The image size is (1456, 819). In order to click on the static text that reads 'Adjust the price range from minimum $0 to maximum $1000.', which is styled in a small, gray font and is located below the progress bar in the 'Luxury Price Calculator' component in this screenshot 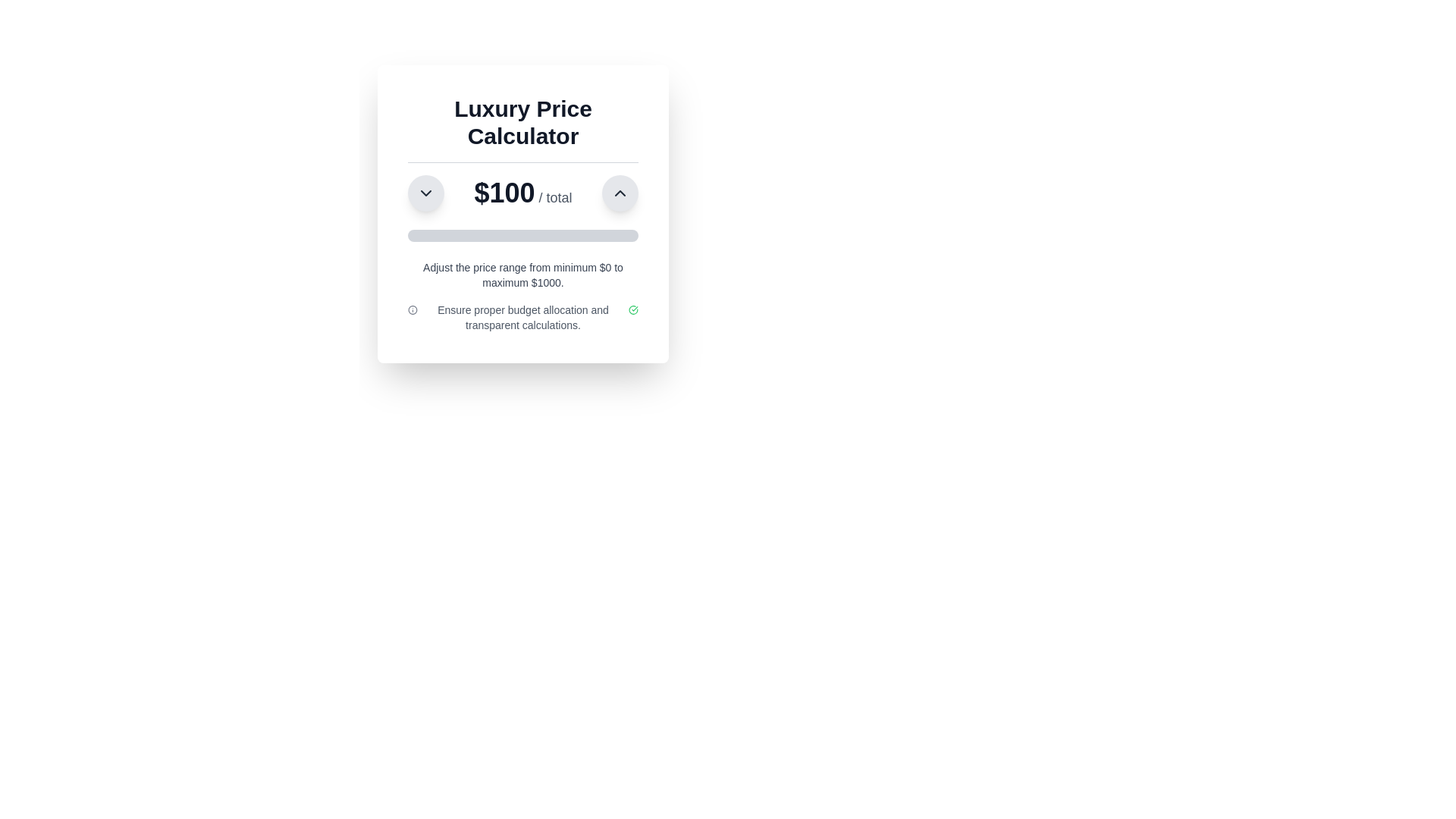, I will do `click(523, 275)`.